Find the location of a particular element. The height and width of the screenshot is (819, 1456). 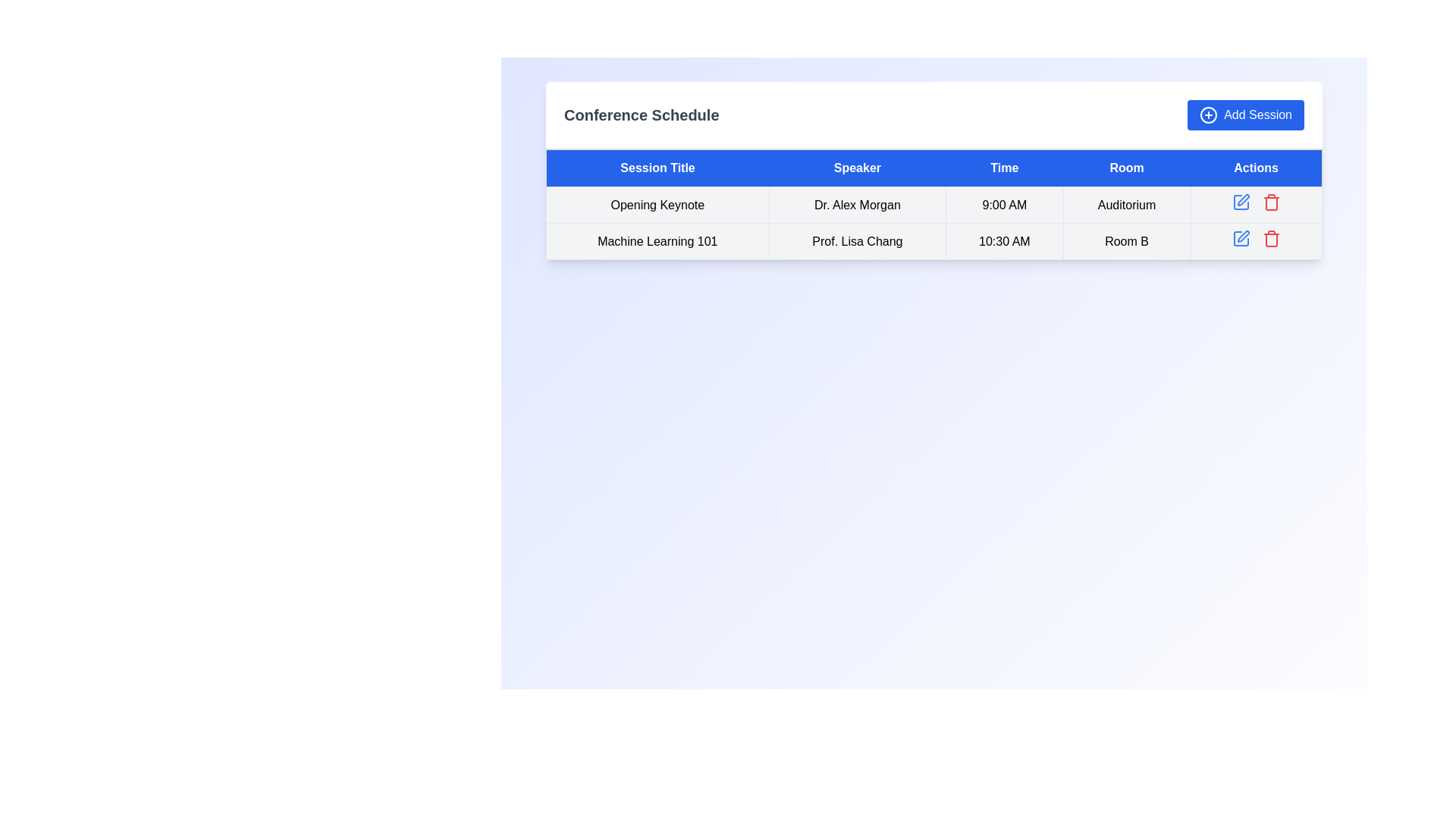

the delete button located in the action column of the second row of the table, which is positioned to the right of the blue edit icon is located at coordinates (1271, 201).